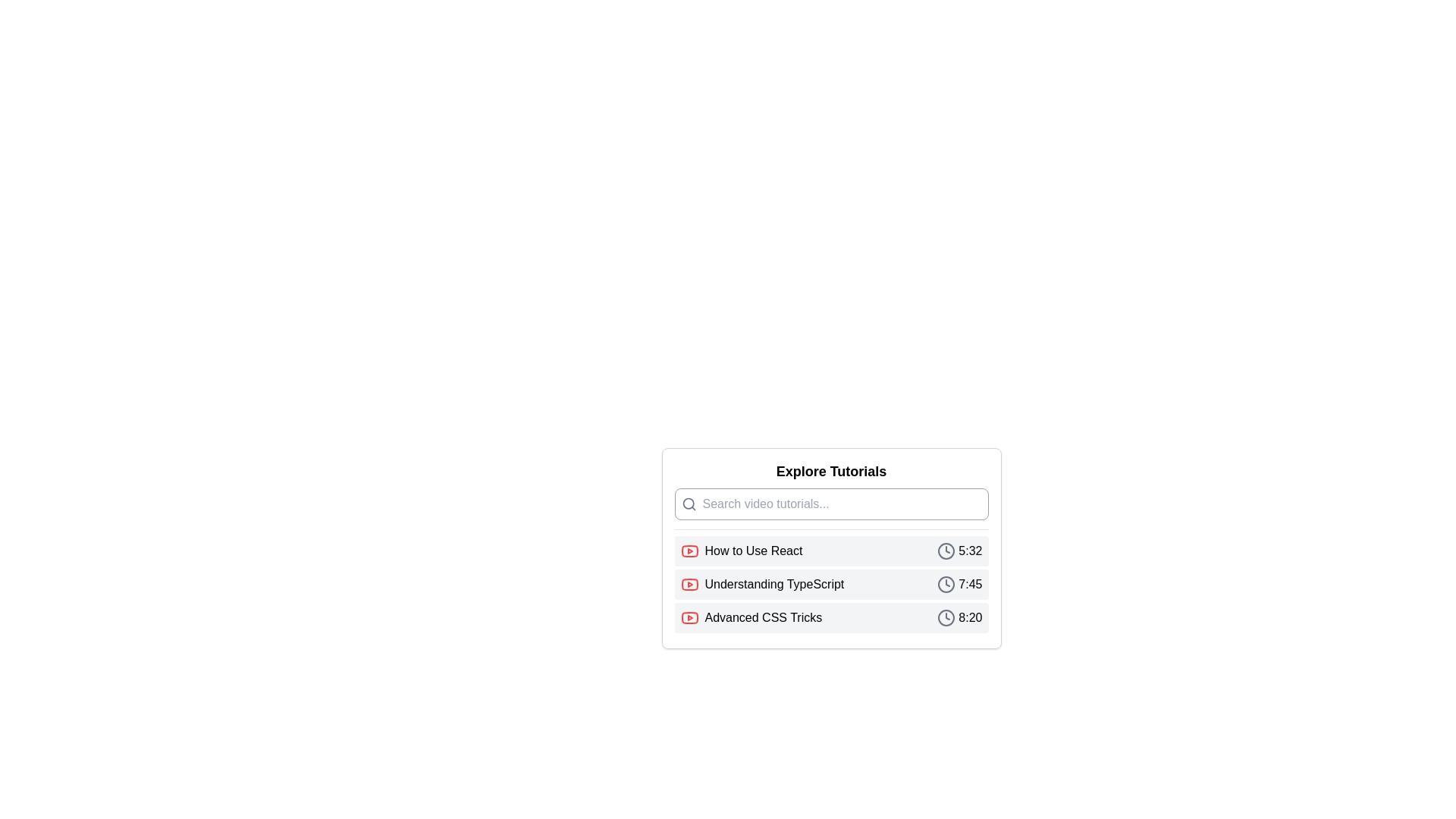 This screenshot has height=819, width=1456. I want to click on the gray search icon, which features a minimalistic magnifying glass shape, so click(688, 504).